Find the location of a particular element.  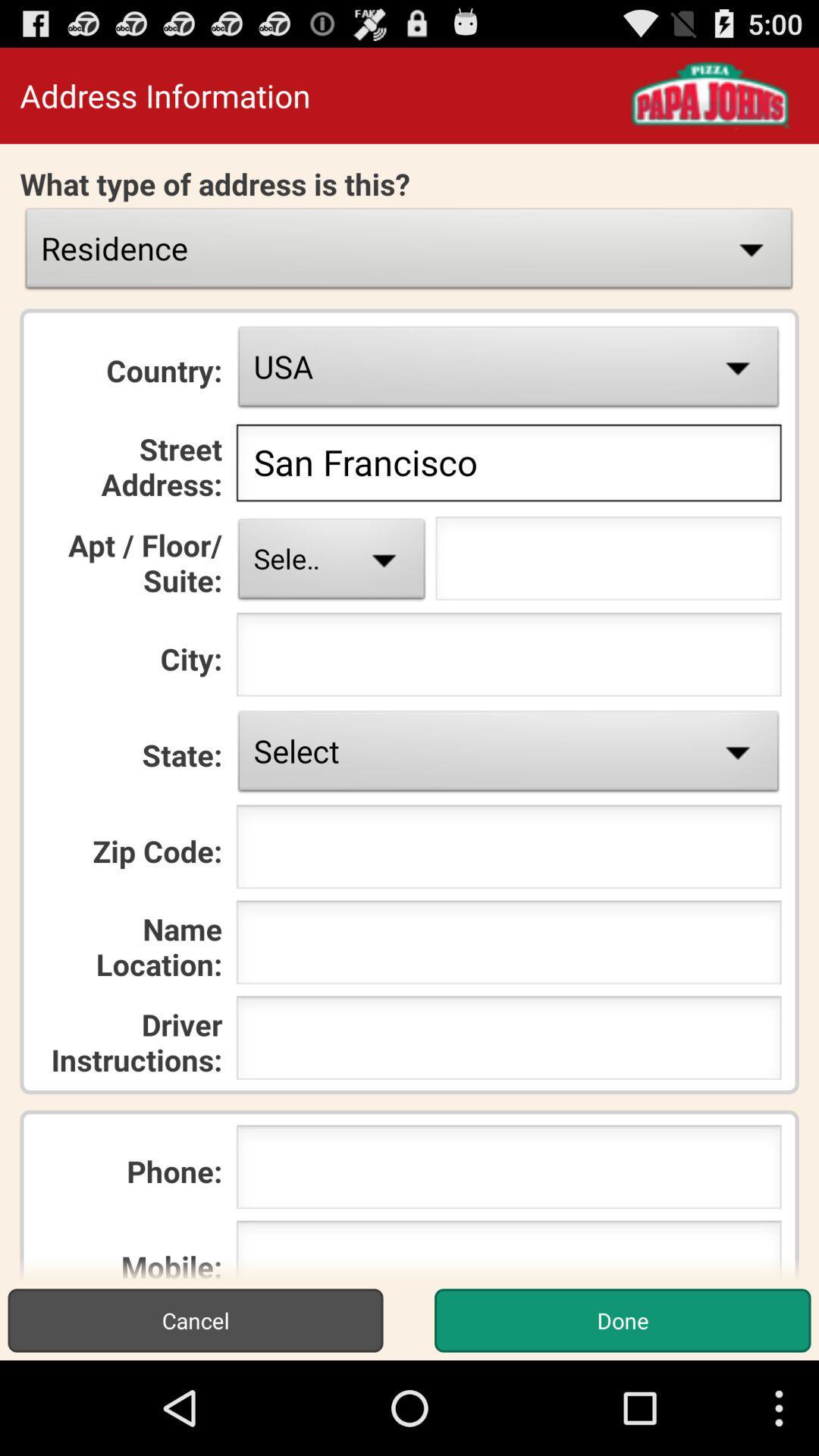

mobile phone is located at coordinates (509, 1250).